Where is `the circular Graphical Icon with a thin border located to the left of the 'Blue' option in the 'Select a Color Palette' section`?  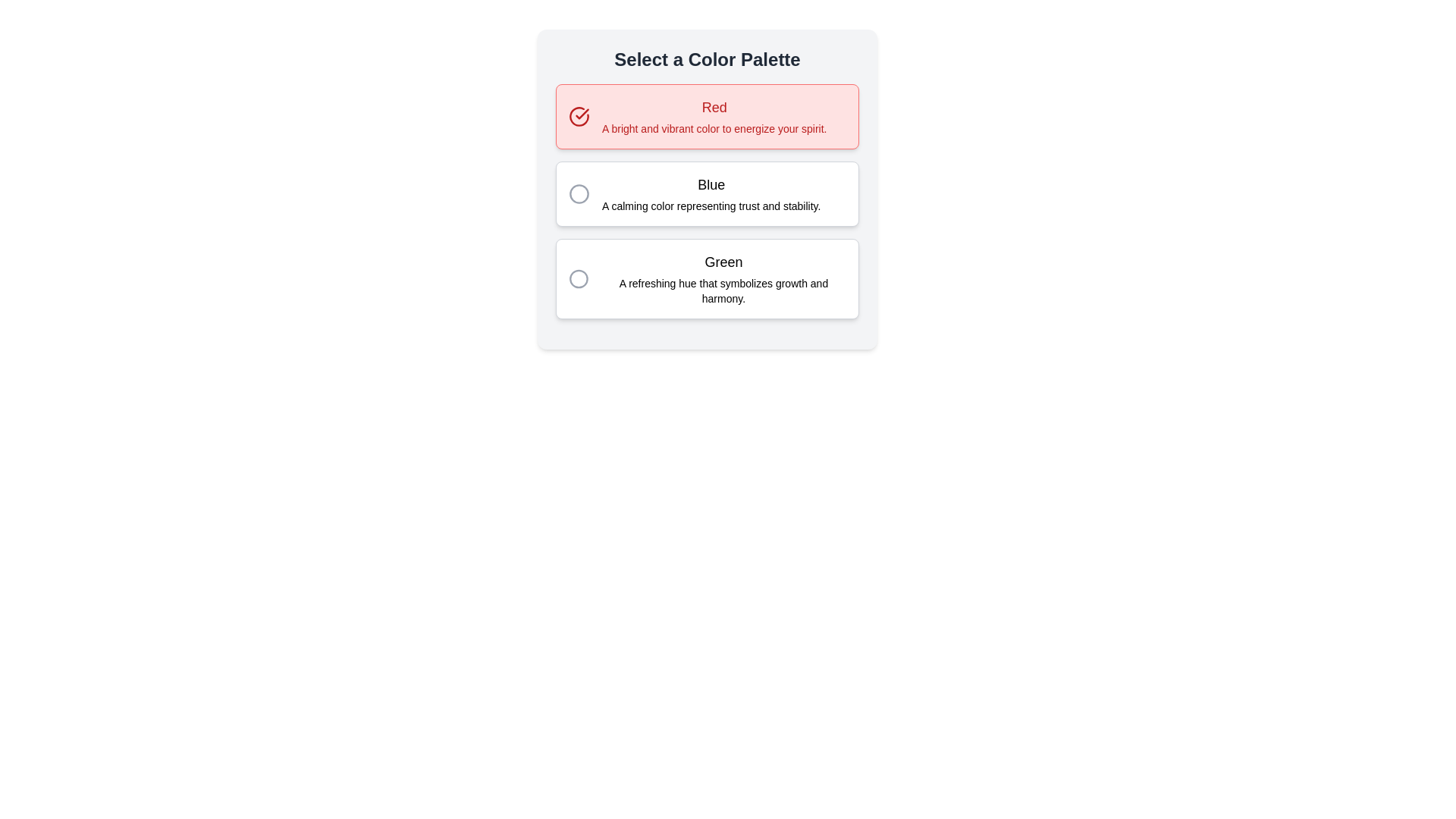 the circular Graphical Icon with a thin border located to the left of the 'Blue' option in the 'Select a Color Palette' section is located at coordinates (578, 193).